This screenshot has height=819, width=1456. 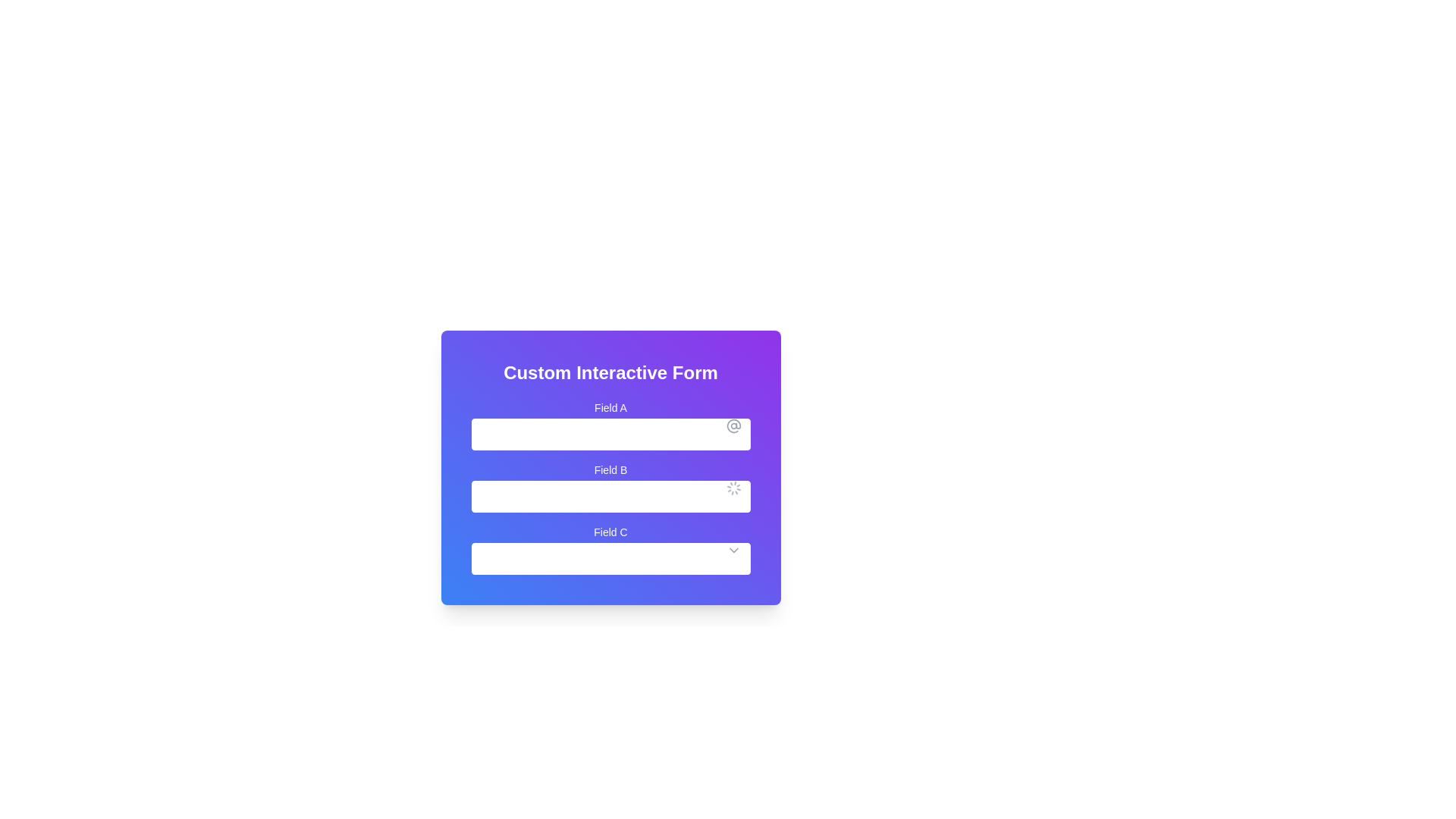 What do you see at coordinates (733, 426) in the screenshot?
I see `the '@' icon located inside the input field labeled 'Field A', positioned at the right edge and aligned vertically to the center` at bounding box center [733, 426].